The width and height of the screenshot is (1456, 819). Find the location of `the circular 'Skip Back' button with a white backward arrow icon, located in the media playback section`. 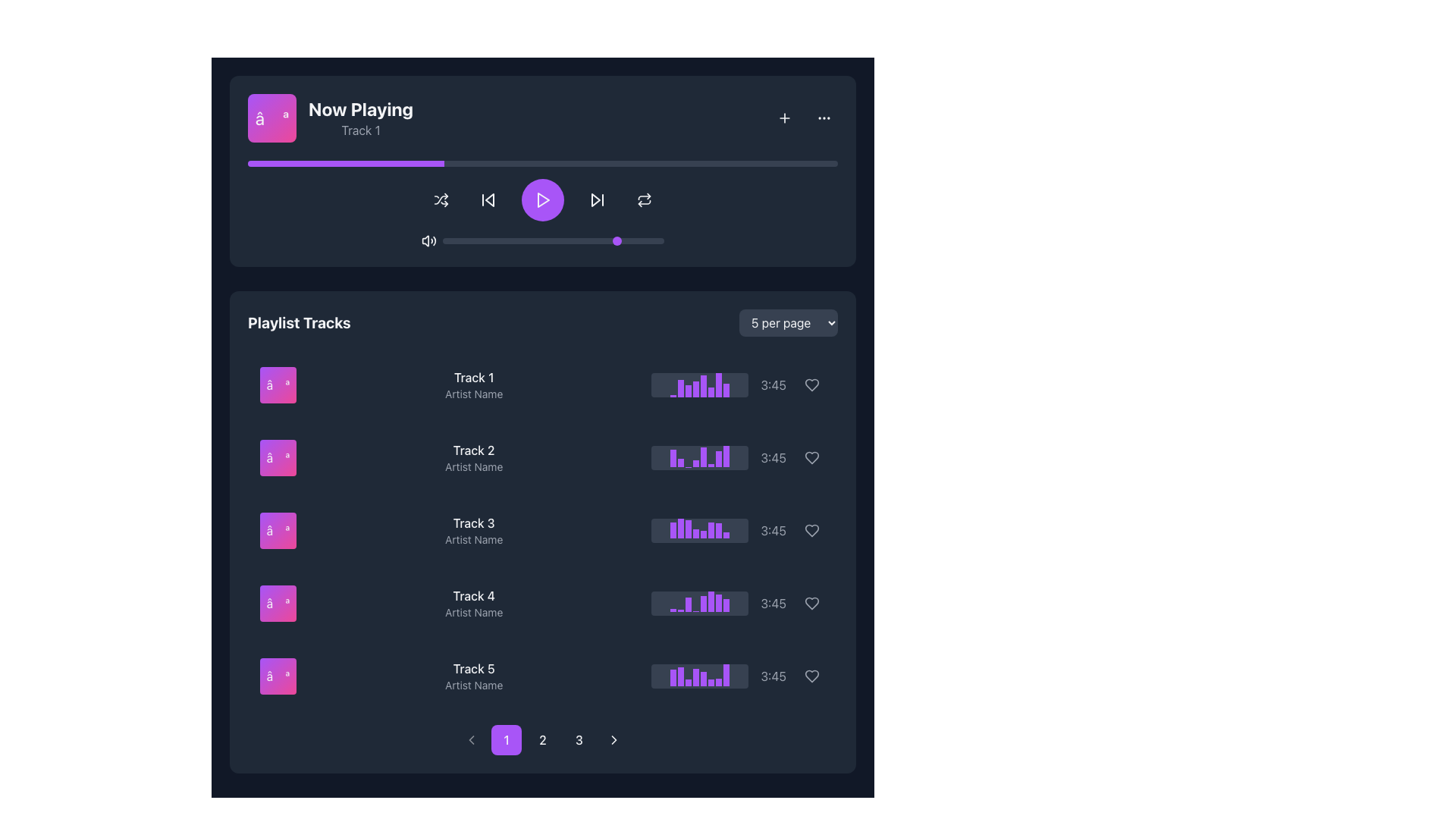

the circular 'Skip Back' button with a white backward arrow icon, located in the media playback section is located at coordinates (488, 199).